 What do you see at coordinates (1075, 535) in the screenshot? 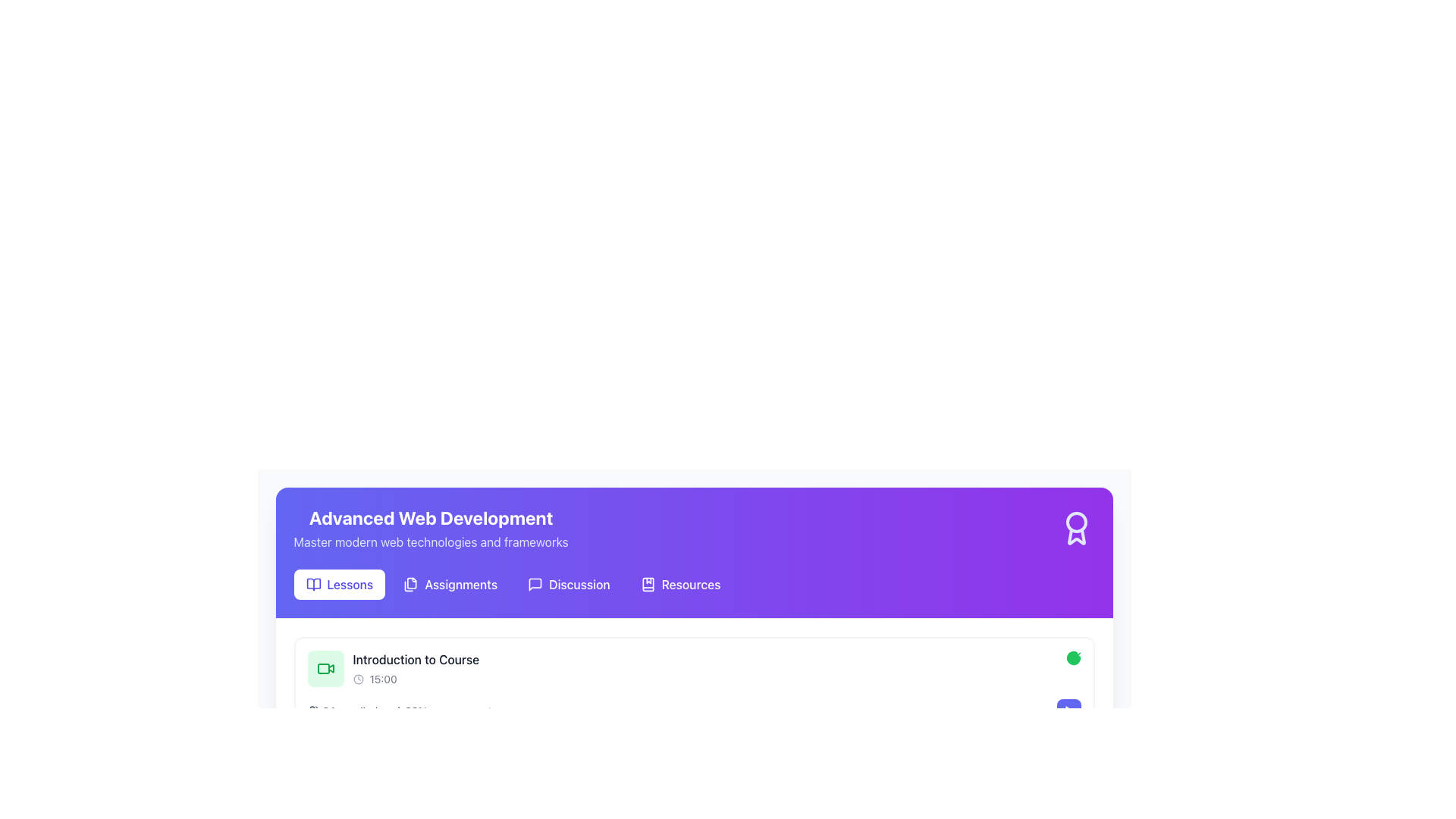
I see `decorative vector graphic component within the purple header section of the SVG illustration, which signifies an achievement or award` at bounding box center [1075, 535].